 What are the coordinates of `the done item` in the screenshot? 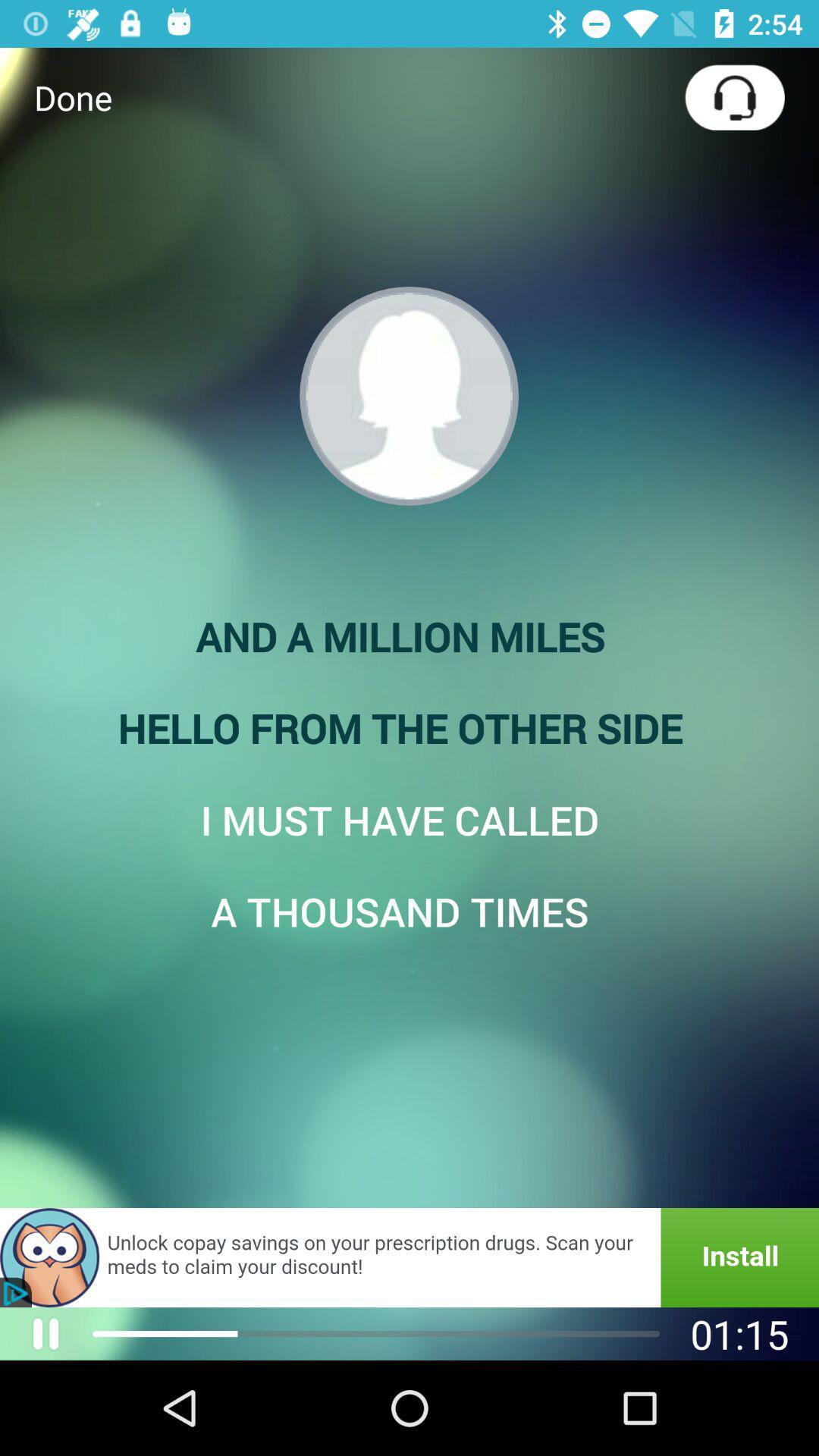 It's located at (73, 96).